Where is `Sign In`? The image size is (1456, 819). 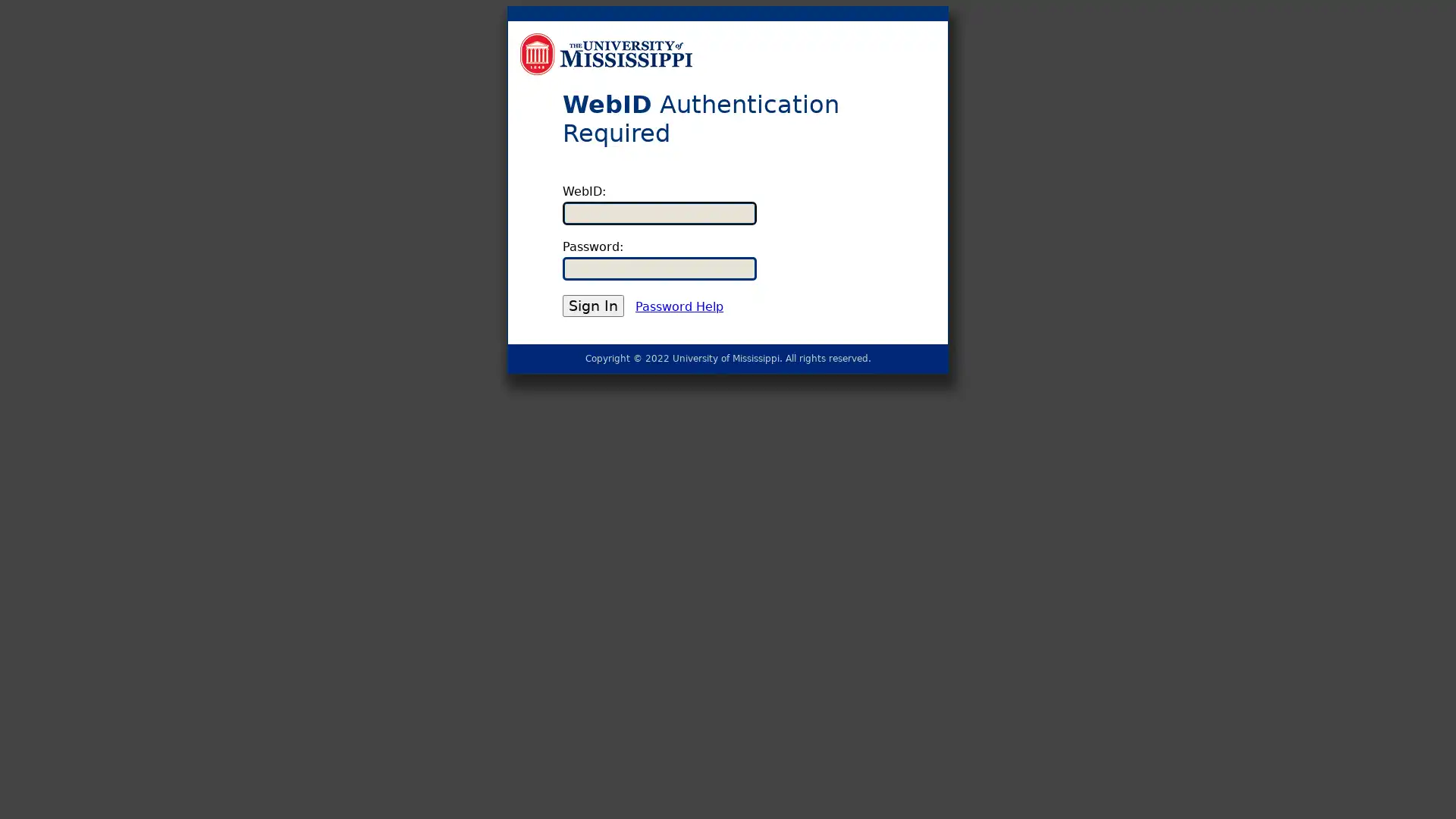 Sign In is located at coordinates (592, 306).